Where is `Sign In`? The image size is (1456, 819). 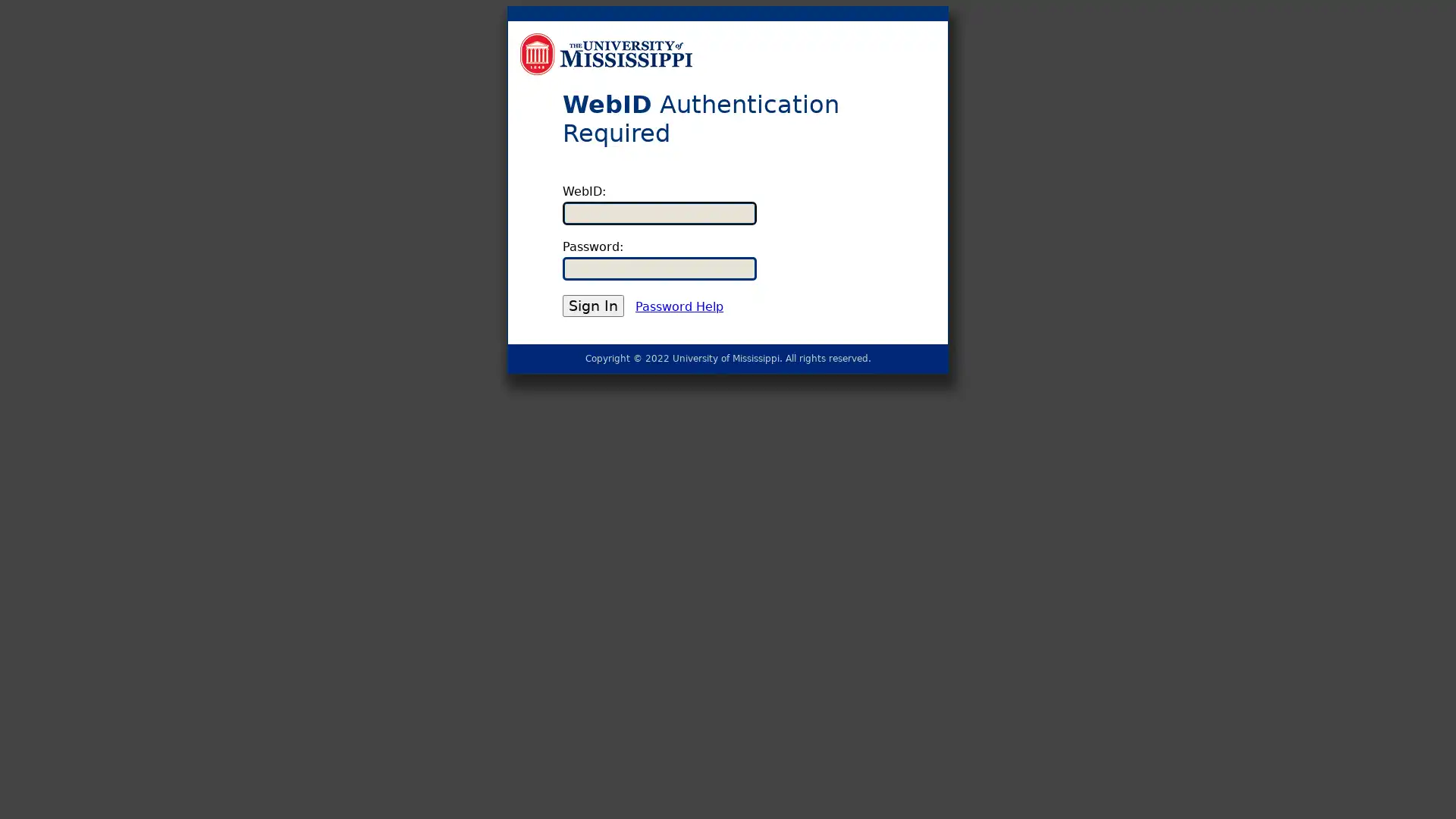 Sign In is located at coordinates (592, 306).